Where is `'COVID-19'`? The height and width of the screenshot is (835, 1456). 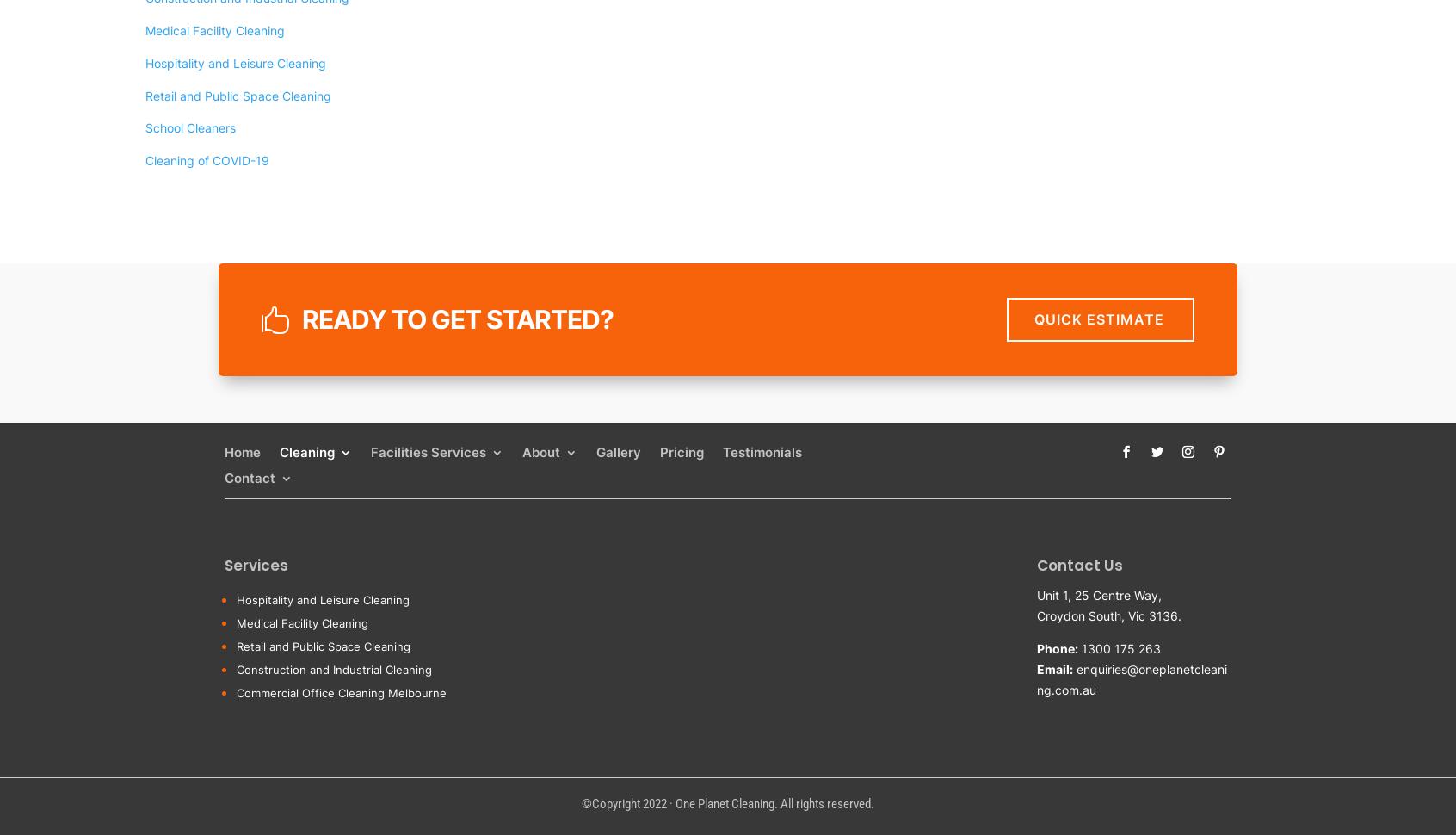 'COVID-19' is located at coordinates (336, 780).